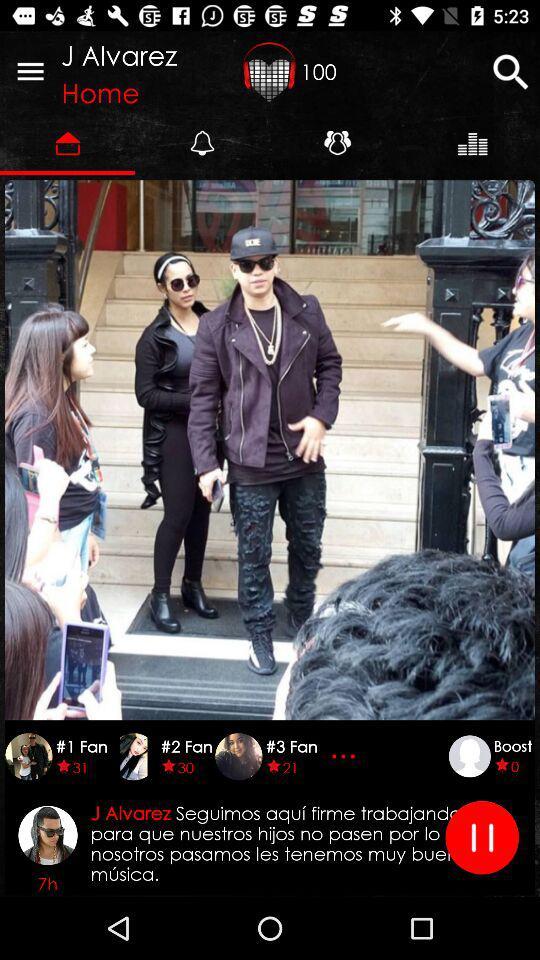  What do you see at coordinates (29, 71) in the screenshot?
I see `menu option` at bounding box center [29, 71].